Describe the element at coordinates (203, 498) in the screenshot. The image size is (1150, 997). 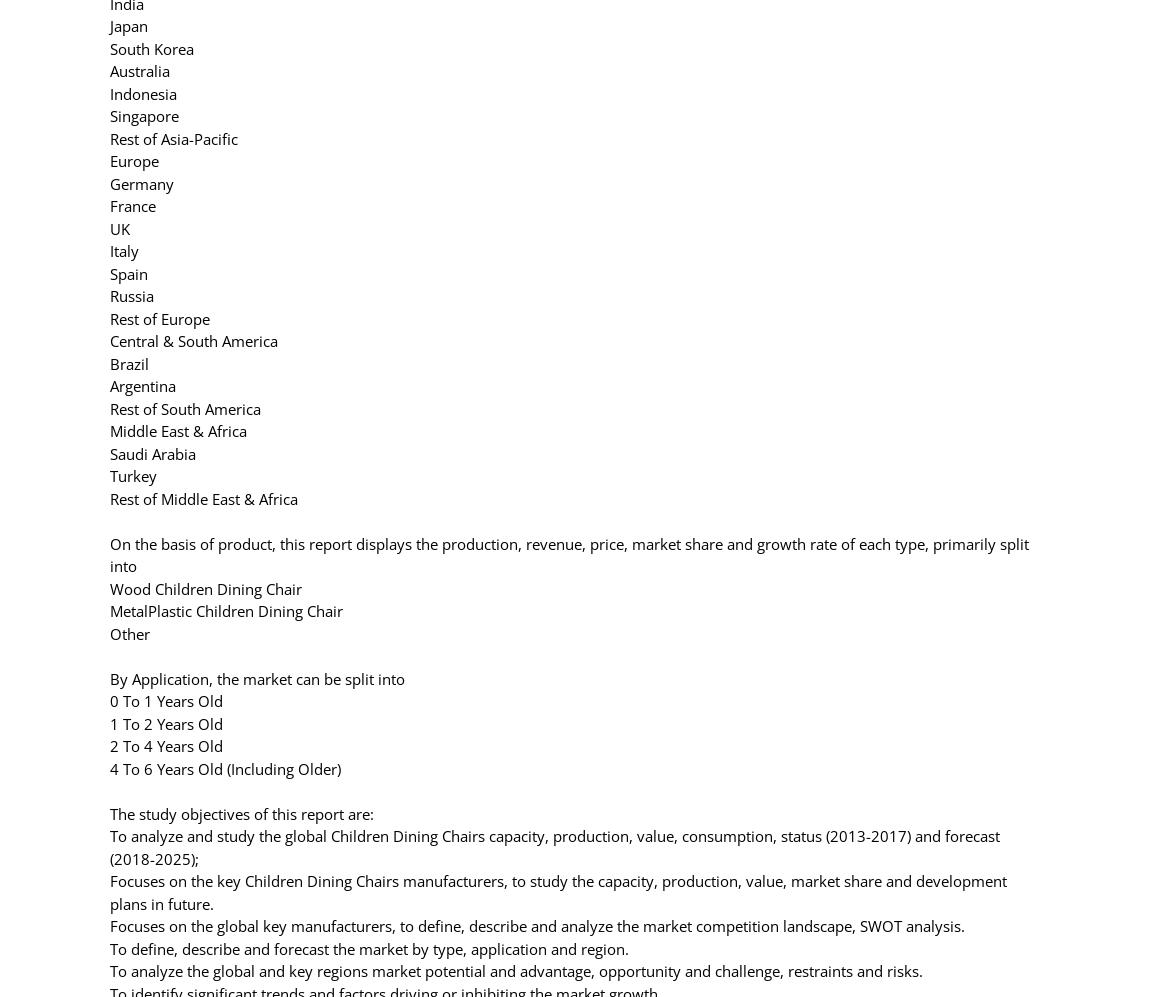
I see `'Rest of Middle East & Africa'` at that location.